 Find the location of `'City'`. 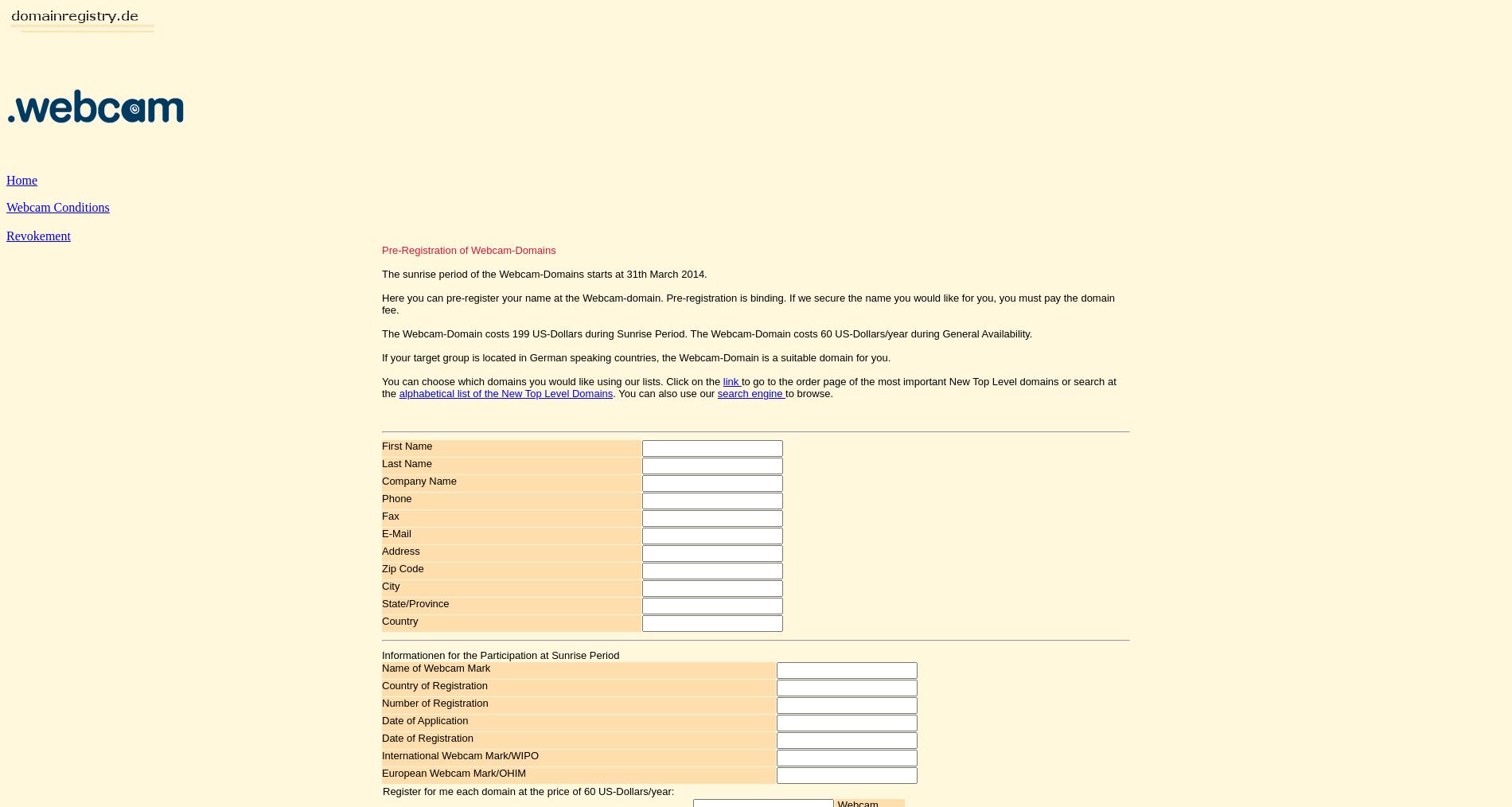

'City' is located at coordinates (390, 585).